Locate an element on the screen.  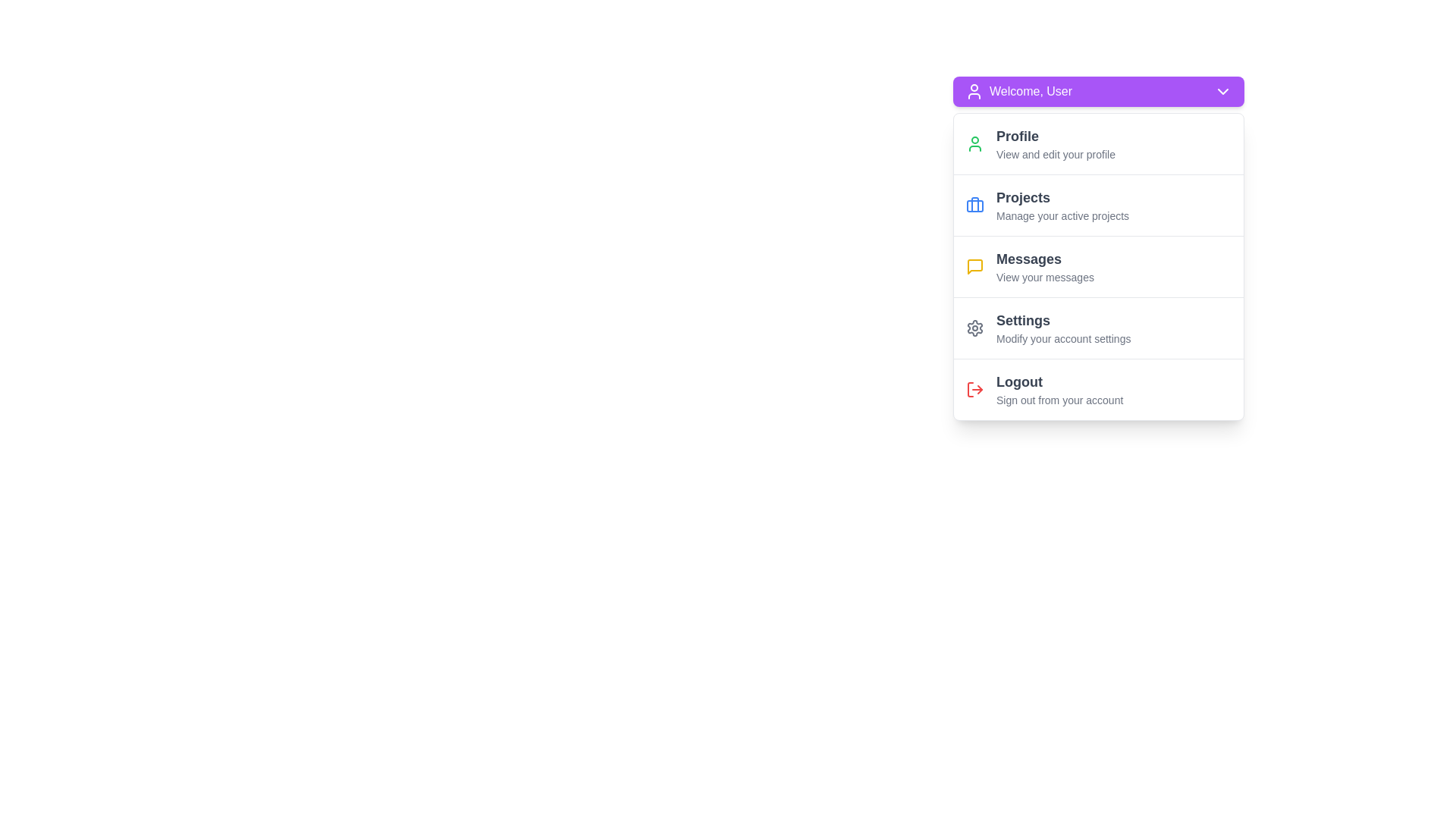
text label that contains 'Manage your active projects', which is displayed in gray font under the 'Projects' header in the dropdown menu is located at coordinates (1062, 216).